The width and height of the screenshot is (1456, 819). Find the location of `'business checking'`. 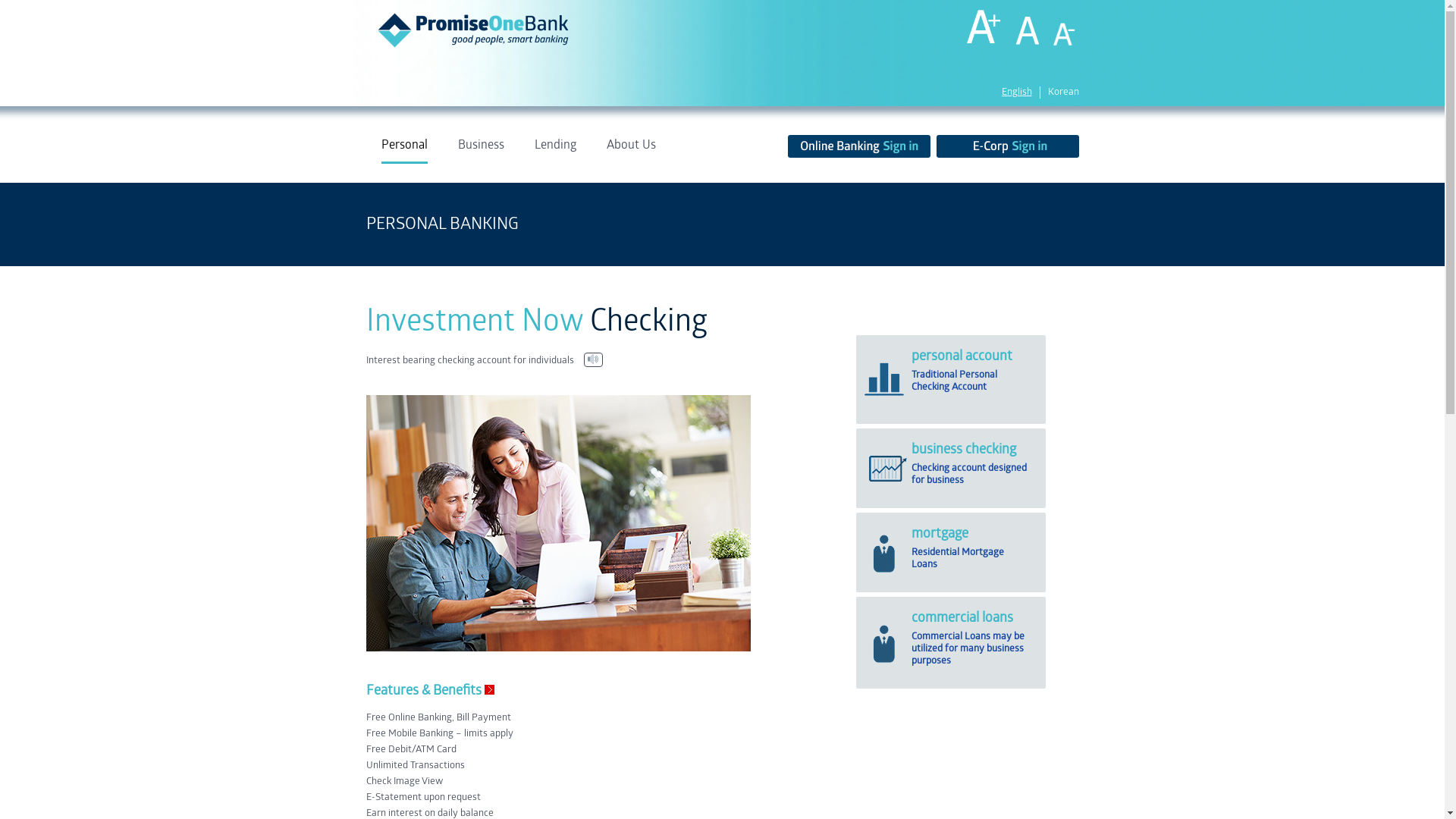

'business checking' is located at coordinates (963, 449).